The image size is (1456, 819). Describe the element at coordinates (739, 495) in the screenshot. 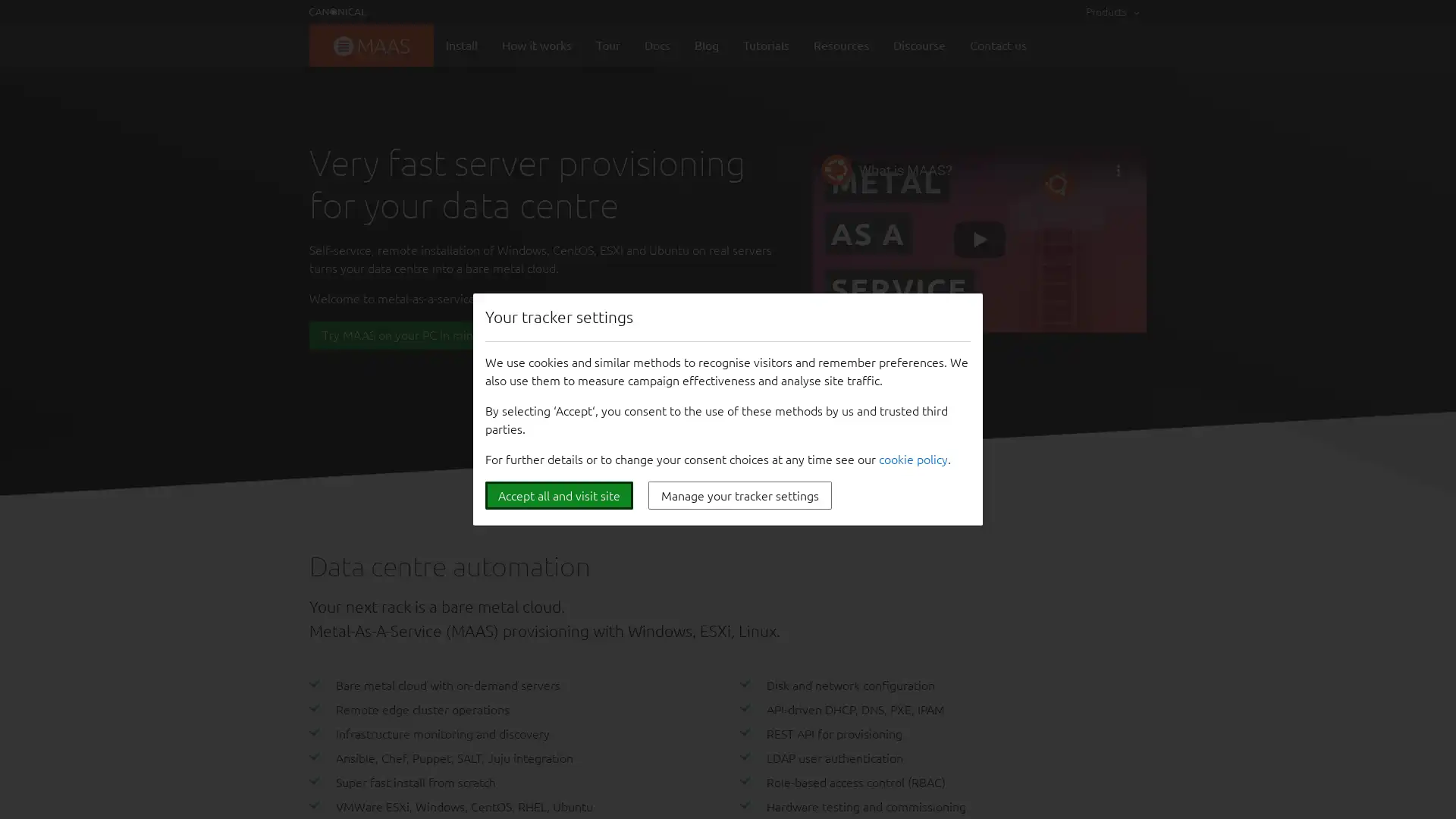

I see `Manage your tracker settings` at that location.